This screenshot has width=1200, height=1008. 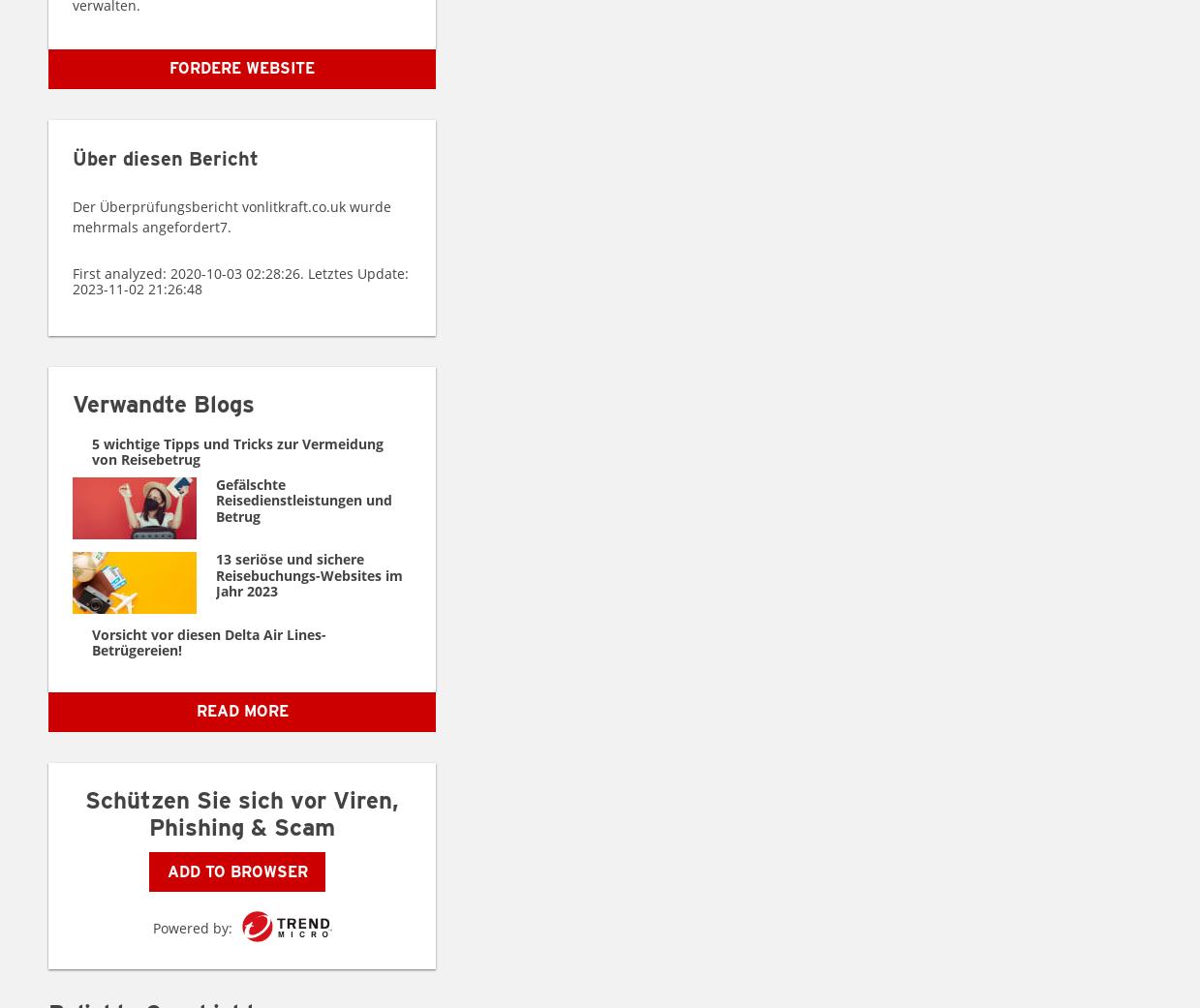 I want to click on 'Fordere Website', so click(x=241, y=67).